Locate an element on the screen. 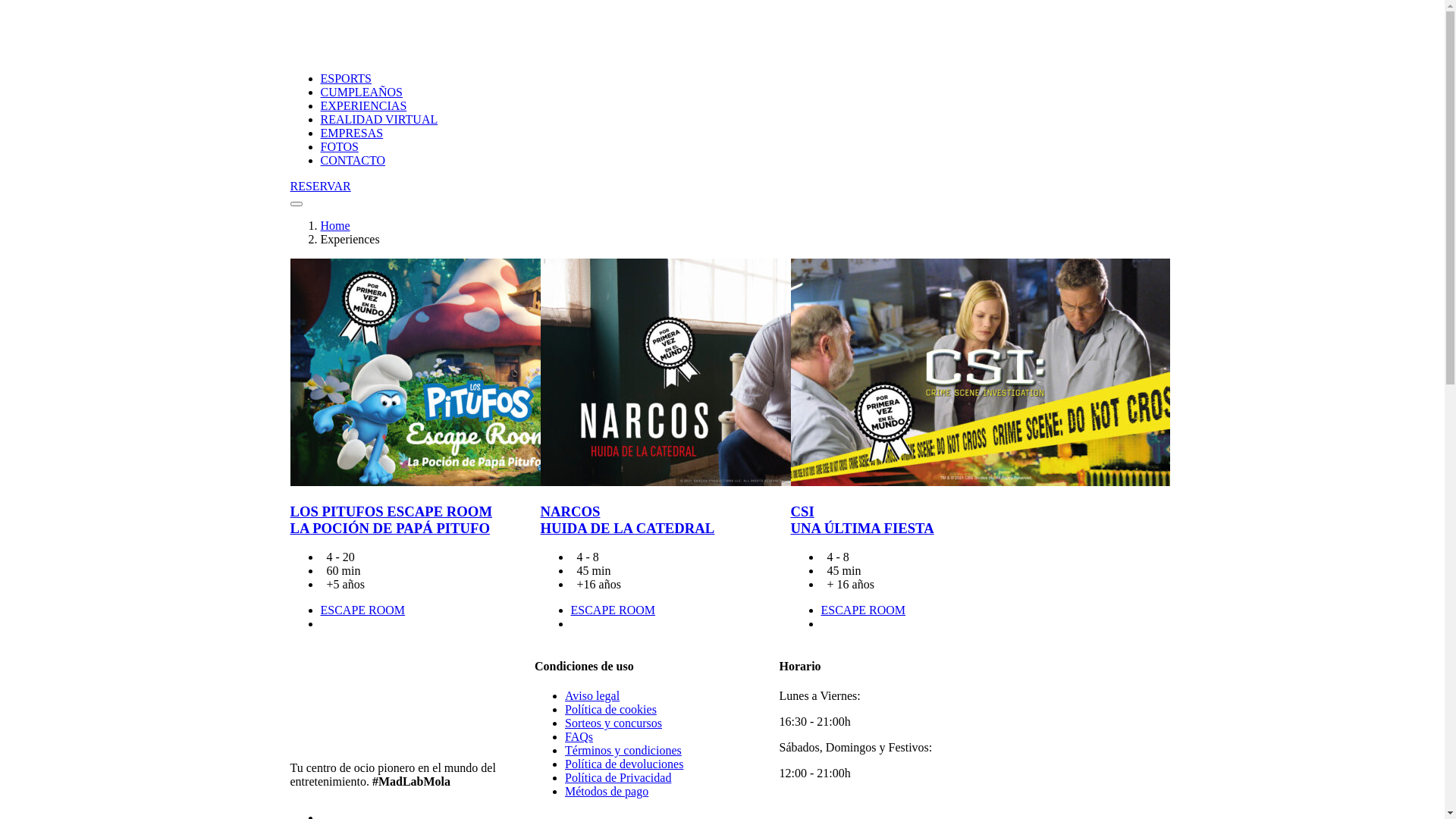  'ESCAPE ROOM' is located at coordinates (862, 609).